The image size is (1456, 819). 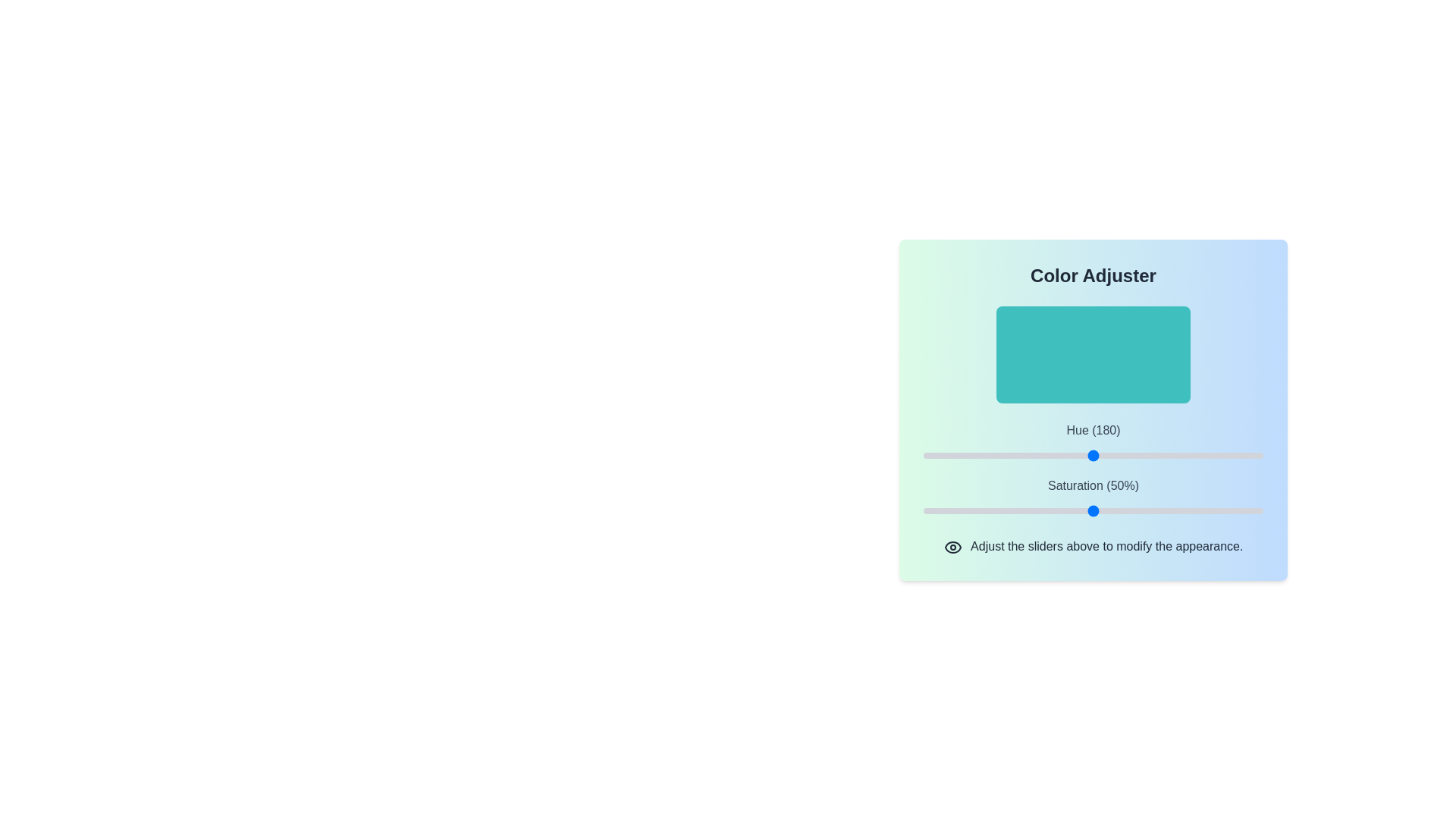 I want to click on the saturation slider to set the saturation to 18%, so click(x=984, y=511).